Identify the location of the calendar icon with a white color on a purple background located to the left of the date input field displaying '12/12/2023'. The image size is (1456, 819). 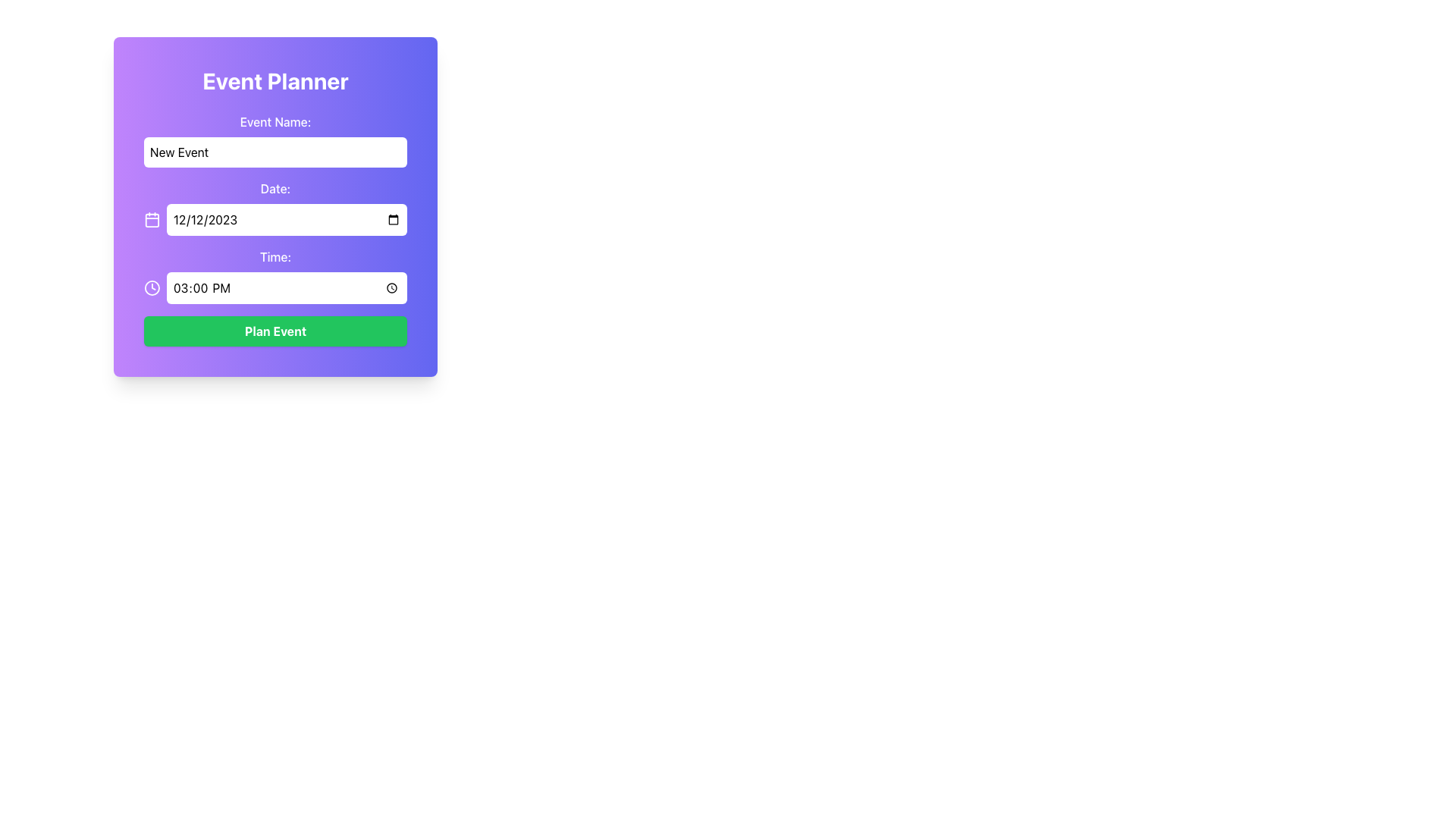
(152, 219).